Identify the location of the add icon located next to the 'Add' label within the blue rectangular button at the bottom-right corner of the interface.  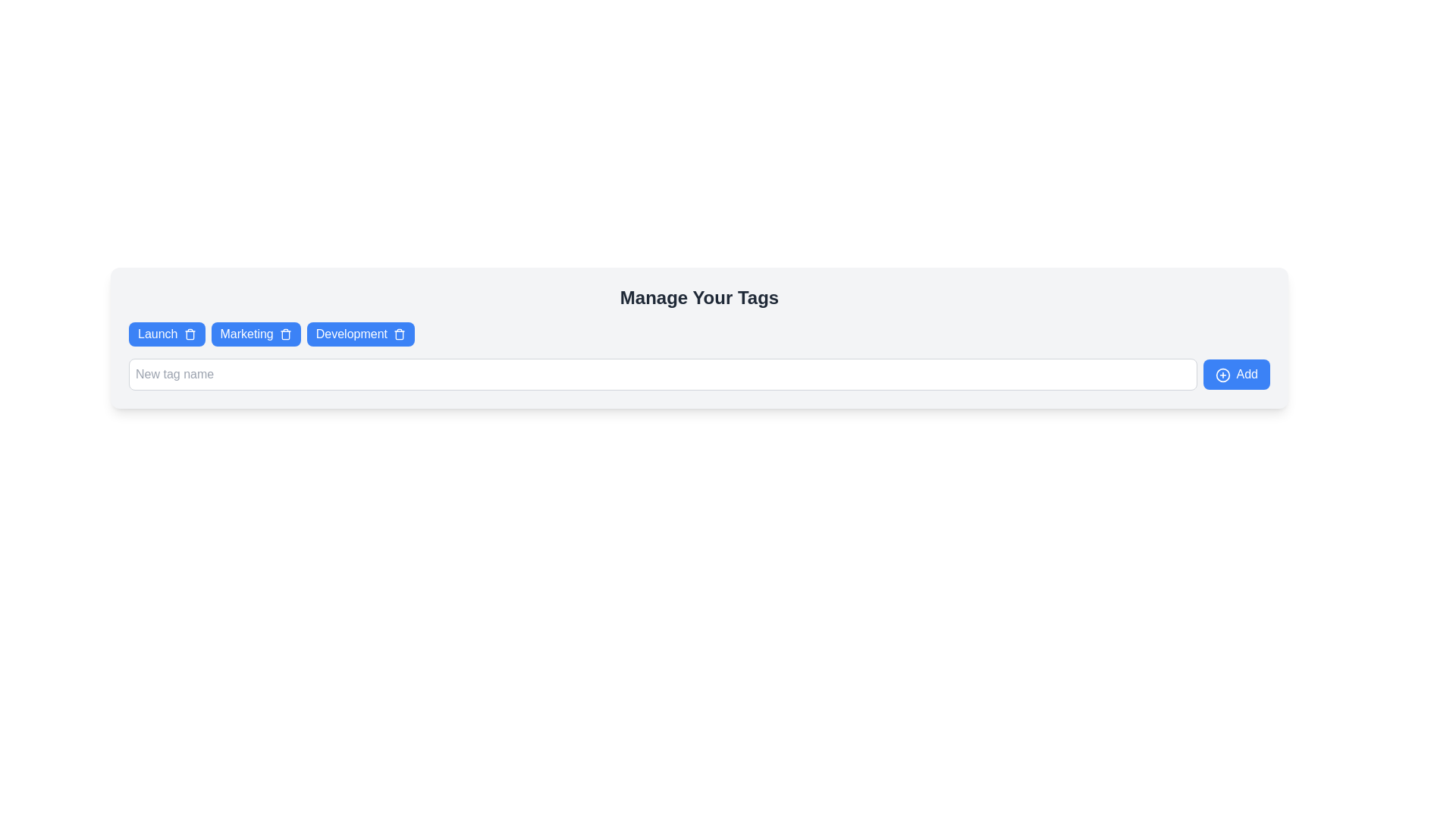
(1222, 375).